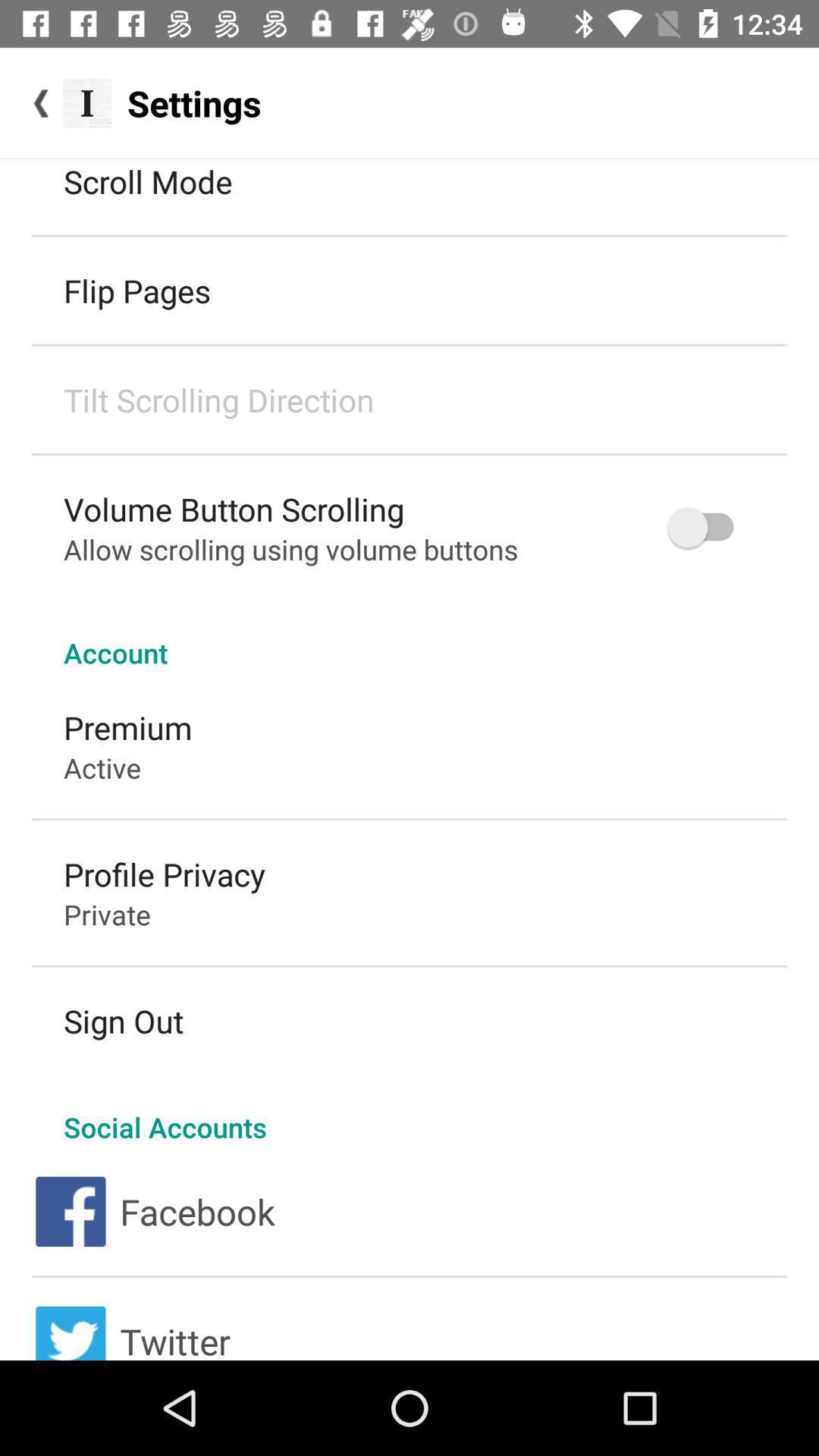 This screenshot has height=1456, width=819. I want to click on item below sign out, so click(409, 1111).